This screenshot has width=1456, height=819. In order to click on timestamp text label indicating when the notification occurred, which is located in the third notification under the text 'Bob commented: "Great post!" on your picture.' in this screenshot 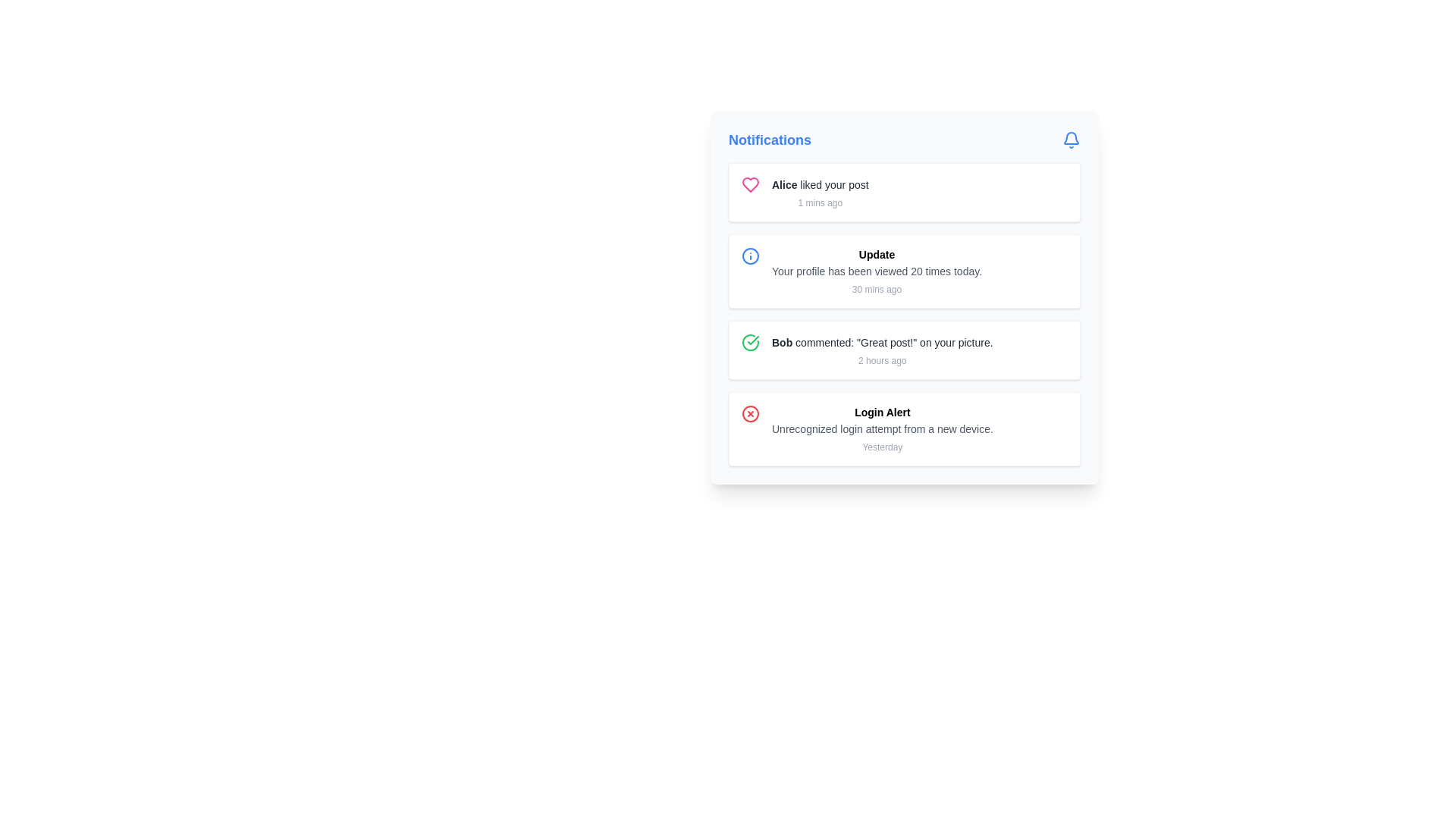, I will do `click(882, 360)`.